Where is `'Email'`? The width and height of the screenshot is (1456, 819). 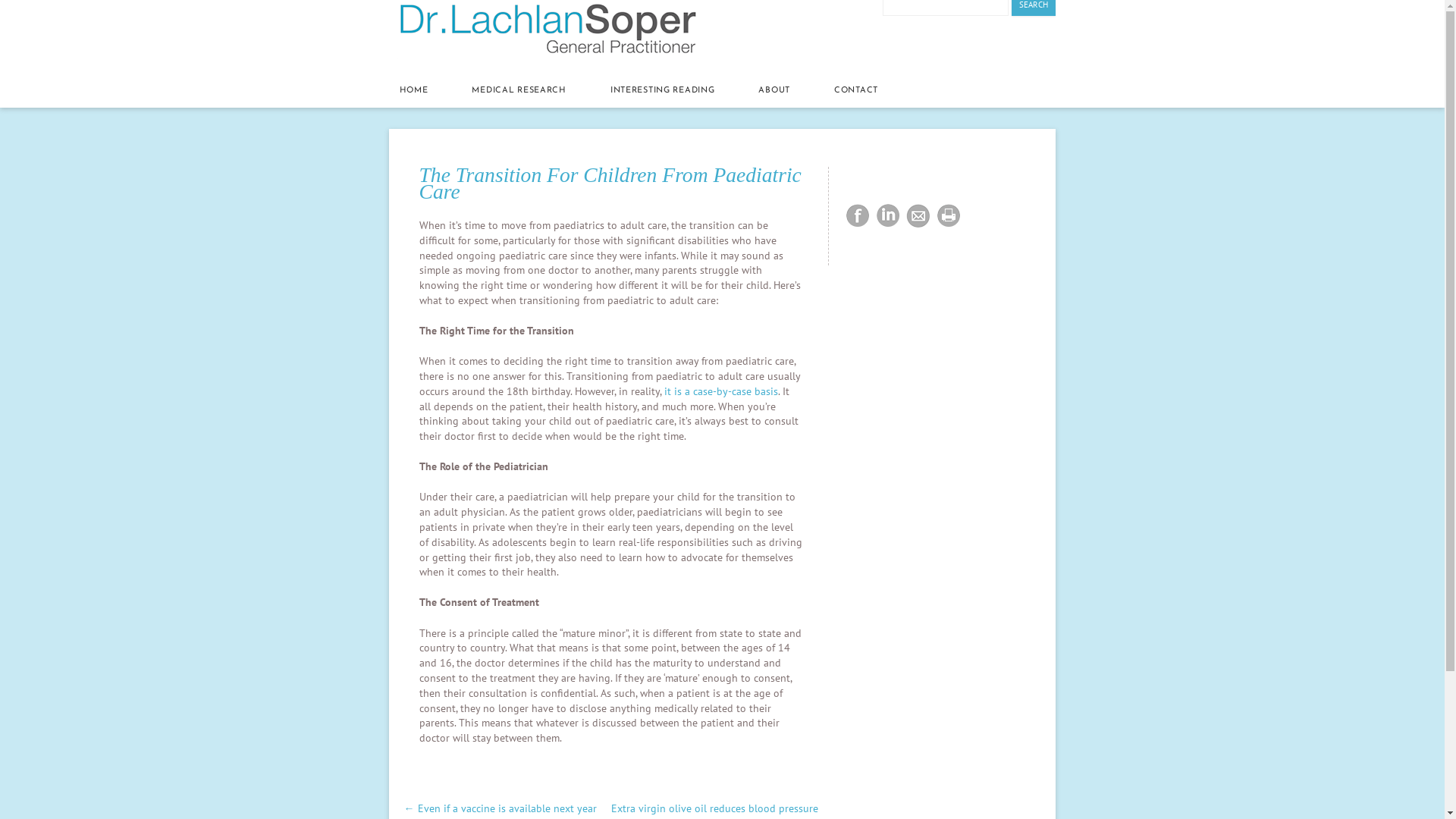 'Email' is located at coordinates (902, 216).